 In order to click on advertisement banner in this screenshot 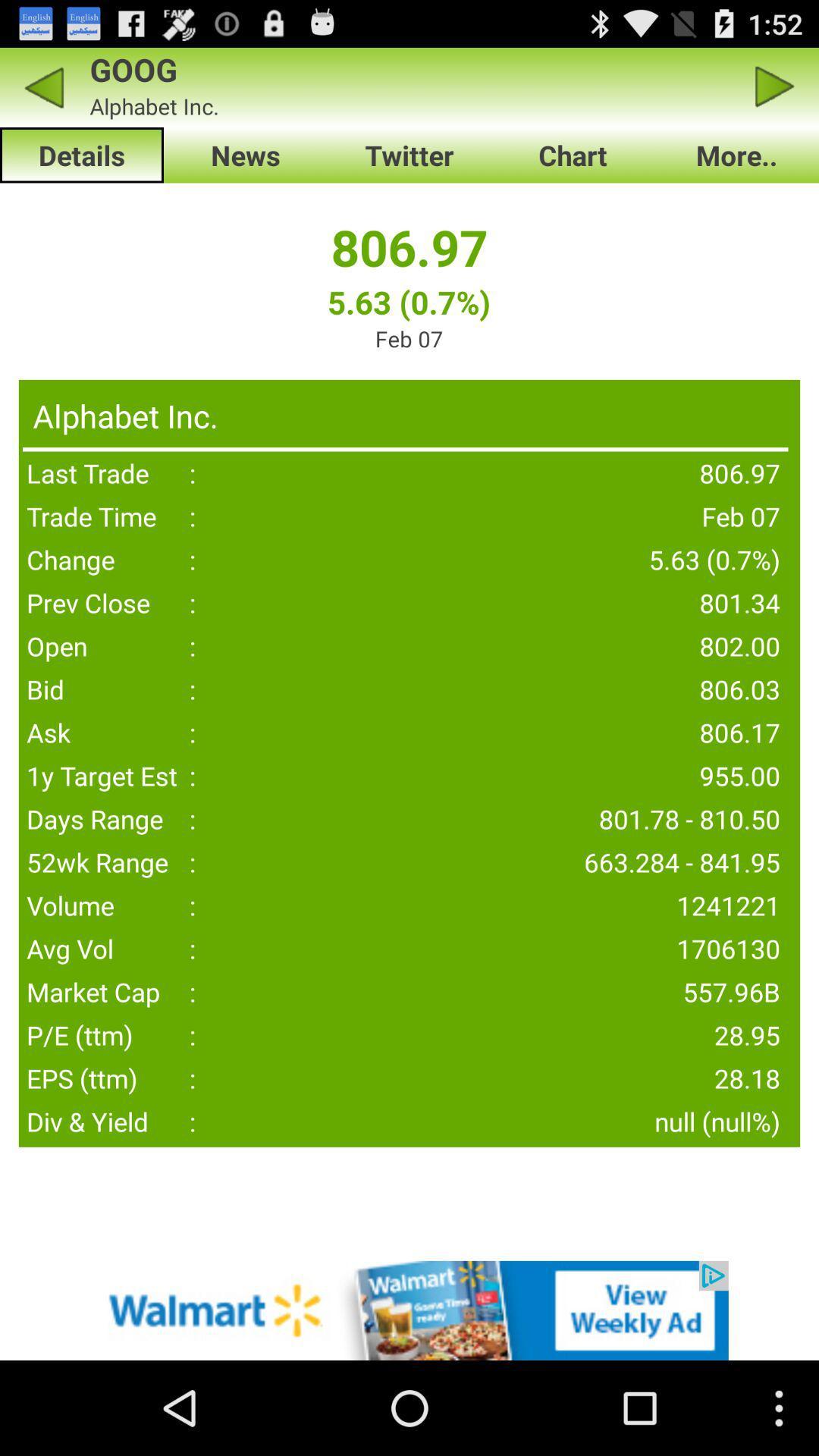, I will do `click(409, 1310)`.